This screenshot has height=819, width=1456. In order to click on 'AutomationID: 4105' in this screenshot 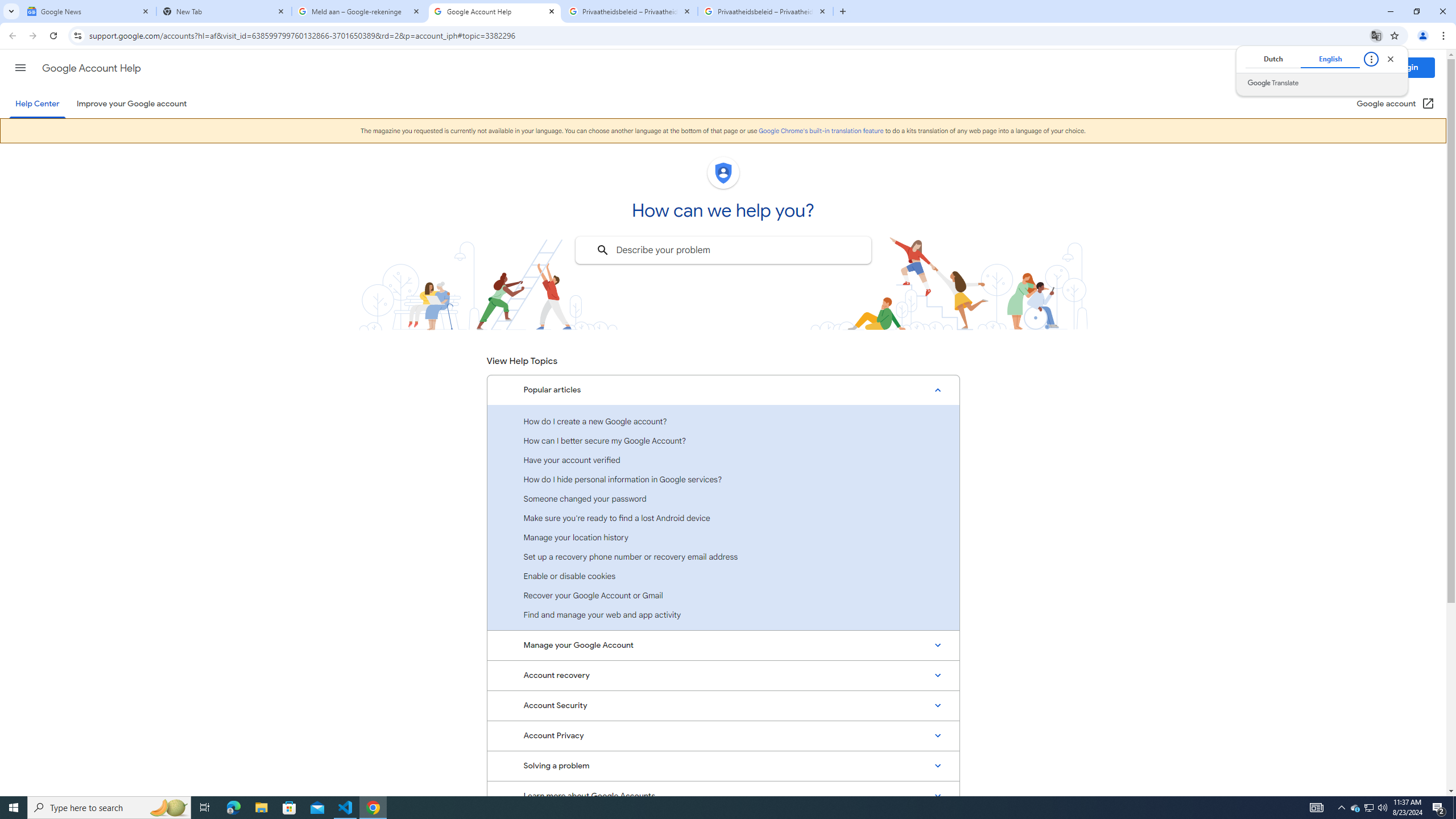, I will do `click(1317, 806)`.